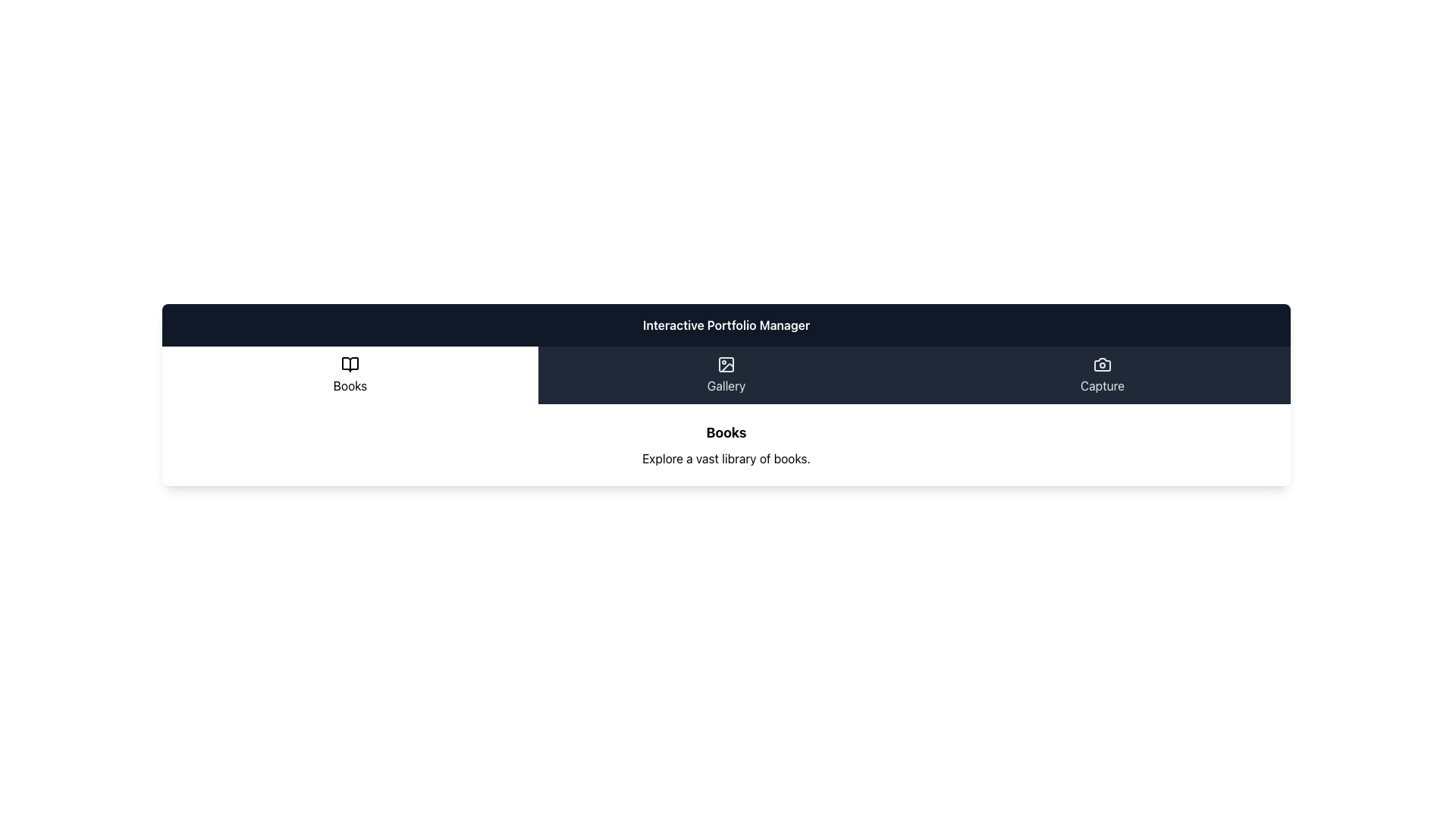 The image size is (1456, 819). What do you see at coordinates (349, 375) in the screenshot?
I see `the 'Books' button, which features a white background with an open book icon and the word 'Books' in black, to trigger hover effects` at bounding box center [349, 375].